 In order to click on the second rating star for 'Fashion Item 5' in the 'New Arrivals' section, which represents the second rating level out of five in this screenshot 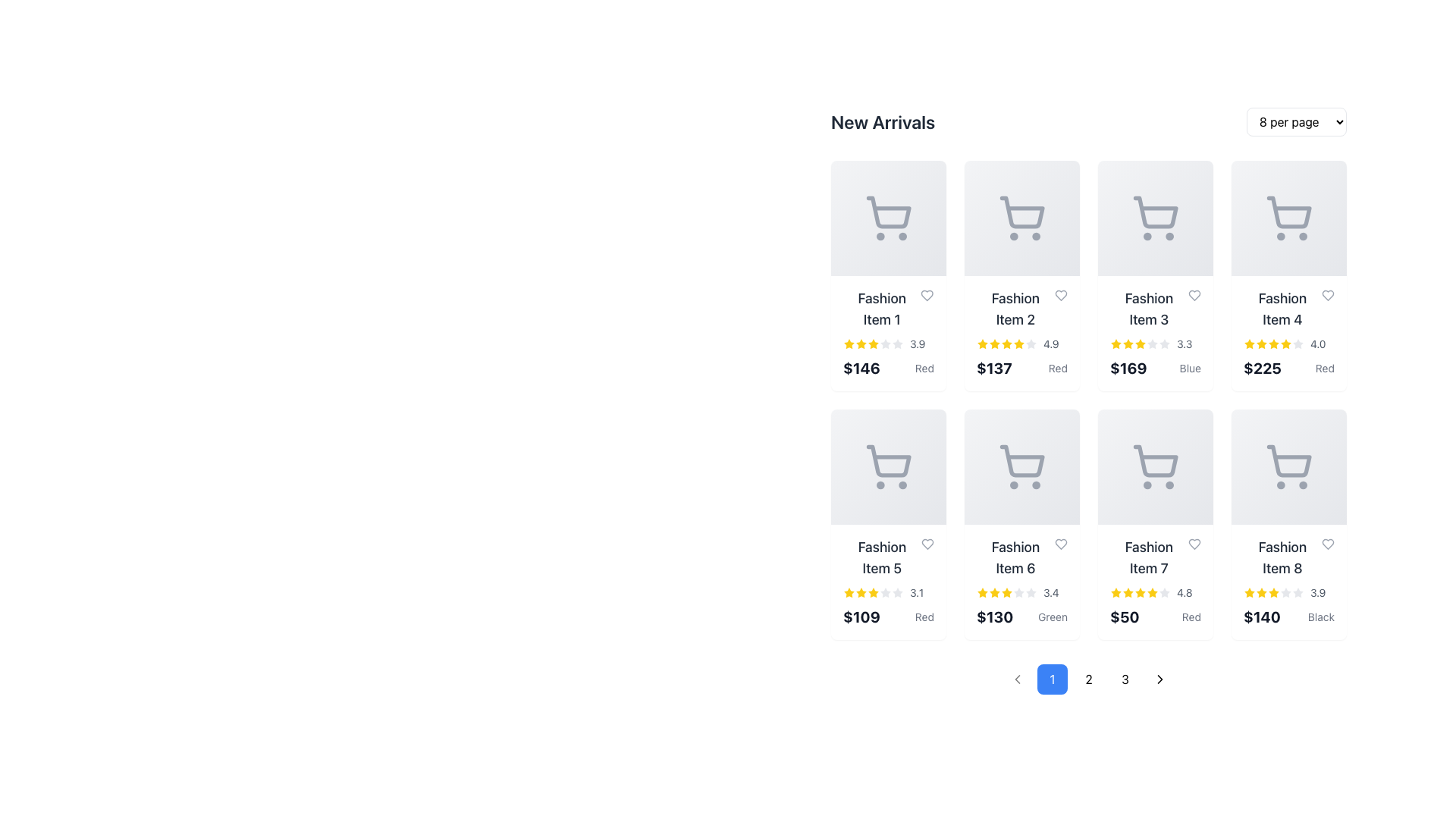, I will do `click(861, 591)`.